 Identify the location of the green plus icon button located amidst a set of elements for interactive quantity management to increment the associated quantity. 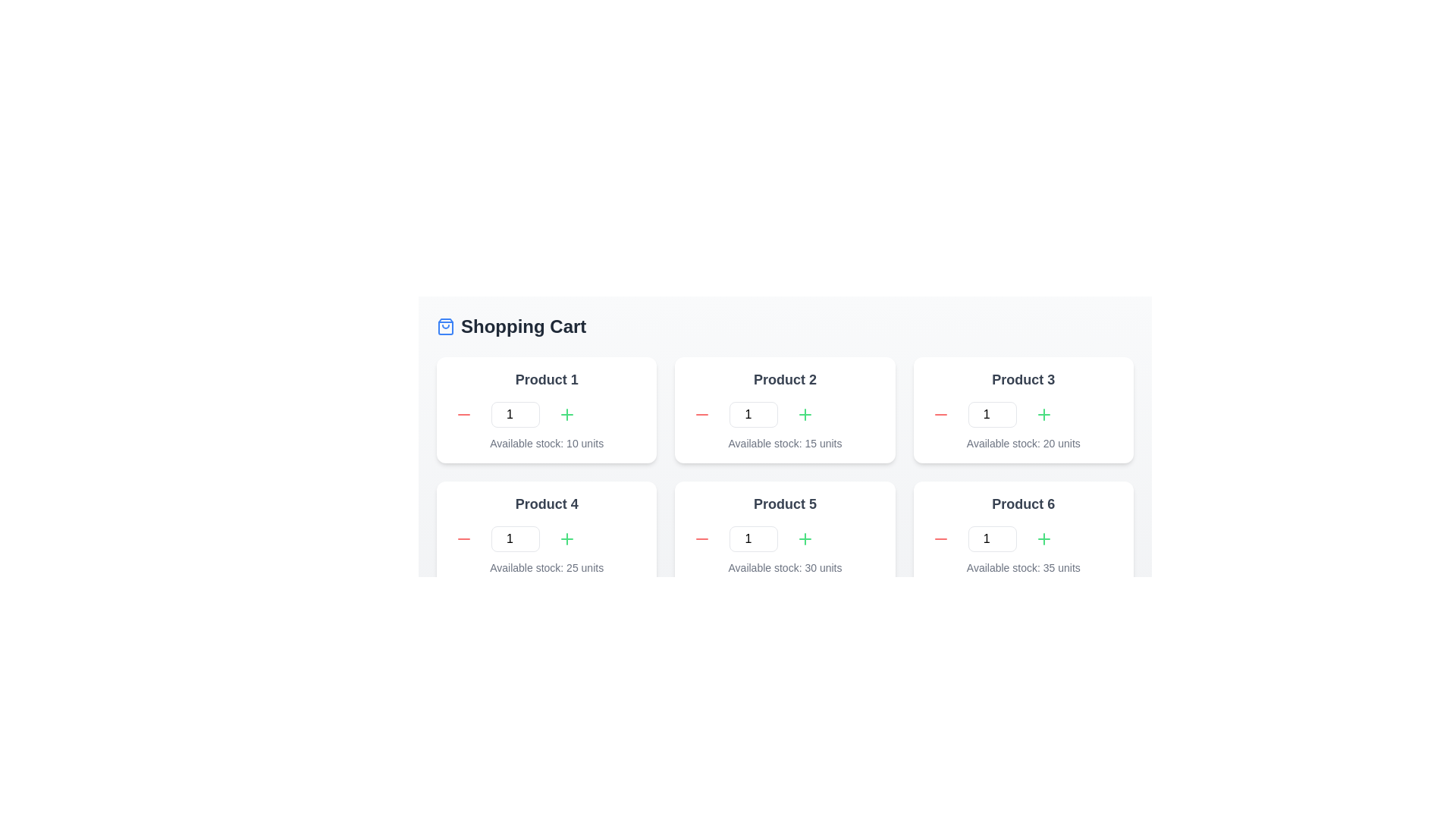
(566, 538).